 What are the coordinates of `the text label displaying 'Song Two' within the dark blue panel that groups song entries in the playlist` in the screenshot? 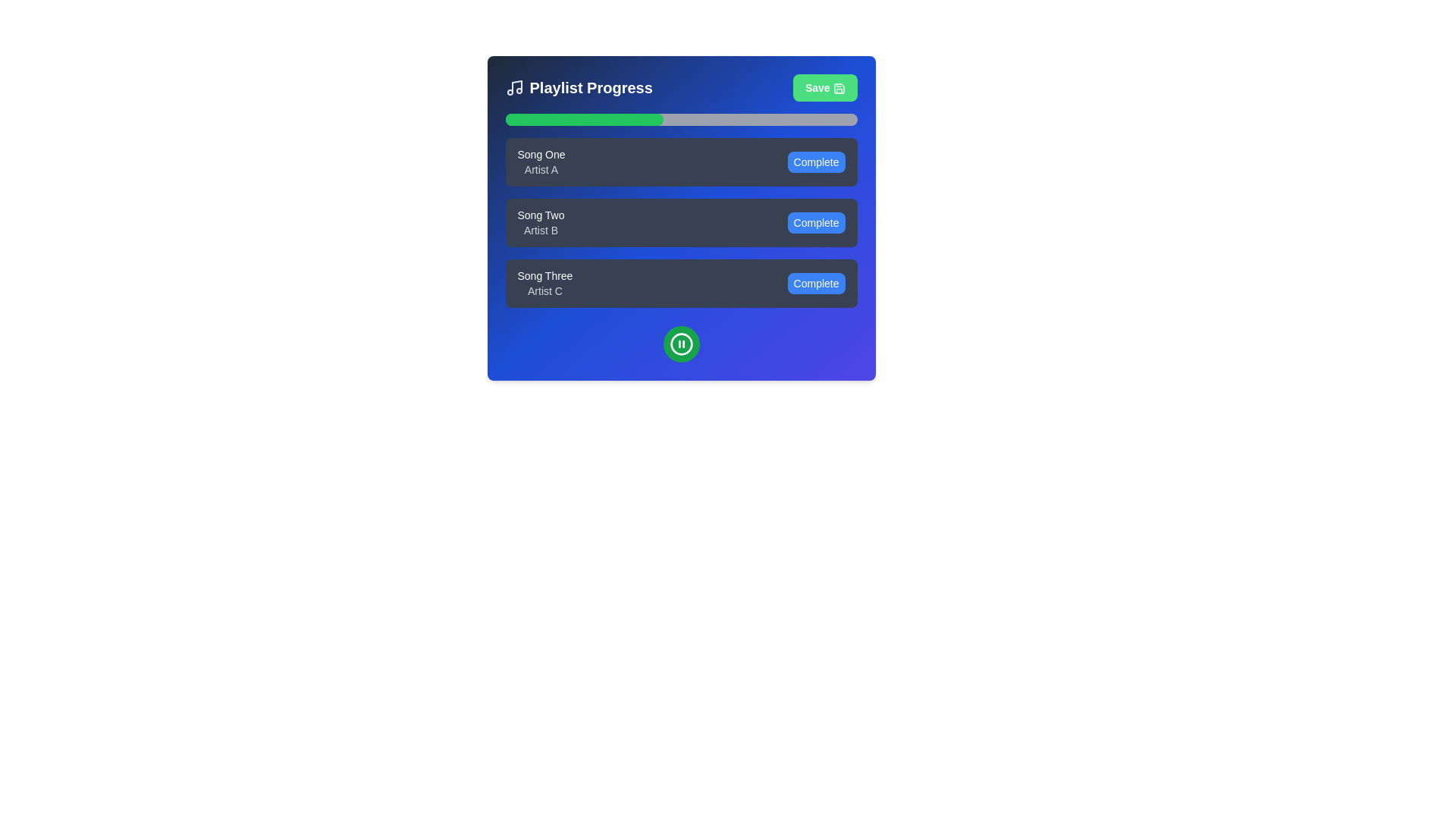 It's located at (541, 215).